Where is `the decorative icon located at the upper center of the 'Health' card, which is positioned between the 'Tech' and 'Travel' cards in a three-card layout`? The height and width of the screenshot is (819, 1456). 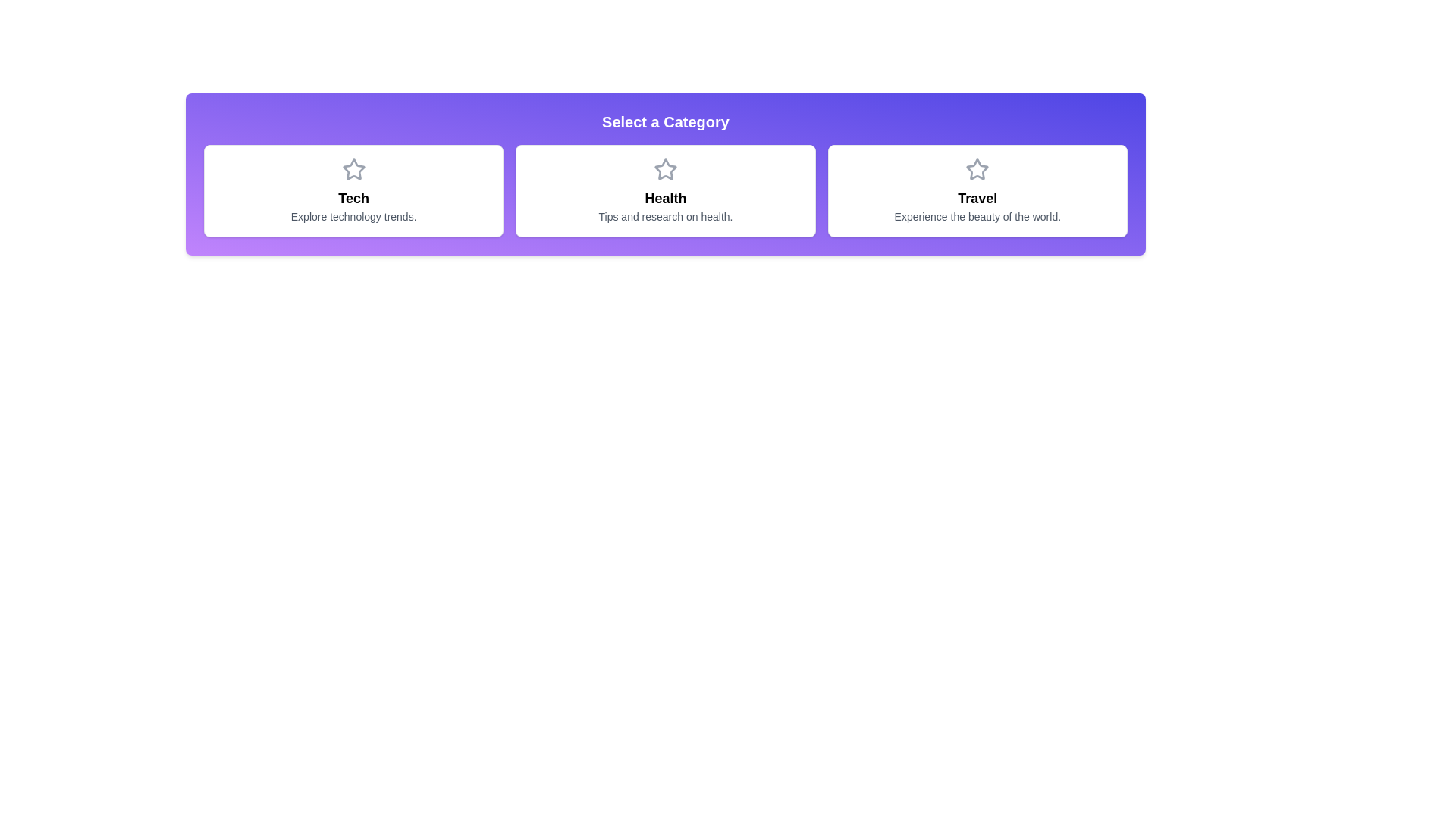 the decorative icon located at the upper center of the 'Health' card, which is positioned between the 'Tech' and 'Travel' cards in a three-card layout is located at coordinates (666, 169).